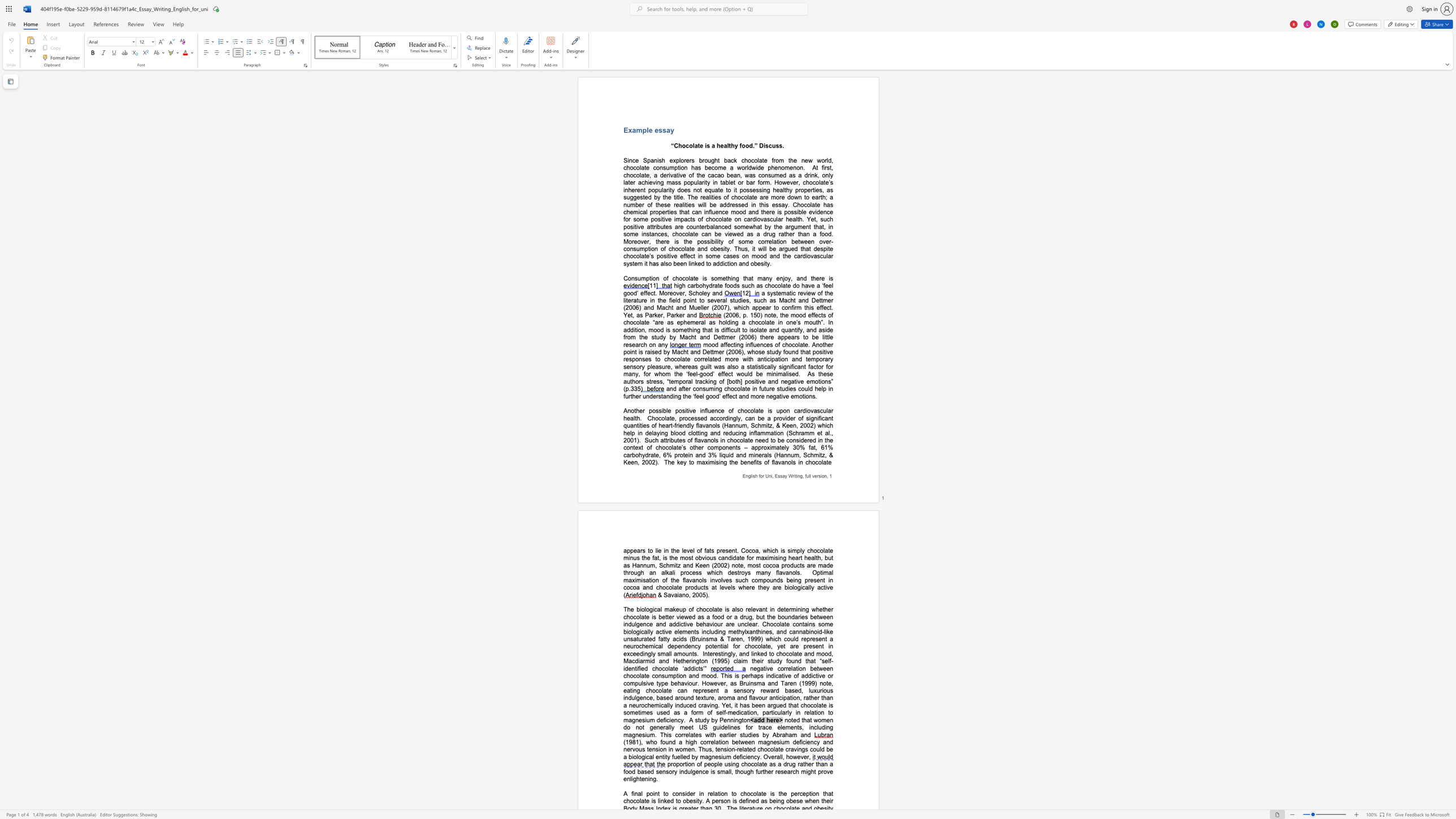  What do you see at coordinates (685, 249) in the screenshot?
I see `the 4th character "l" in the text` at bounding box center [685, 249].